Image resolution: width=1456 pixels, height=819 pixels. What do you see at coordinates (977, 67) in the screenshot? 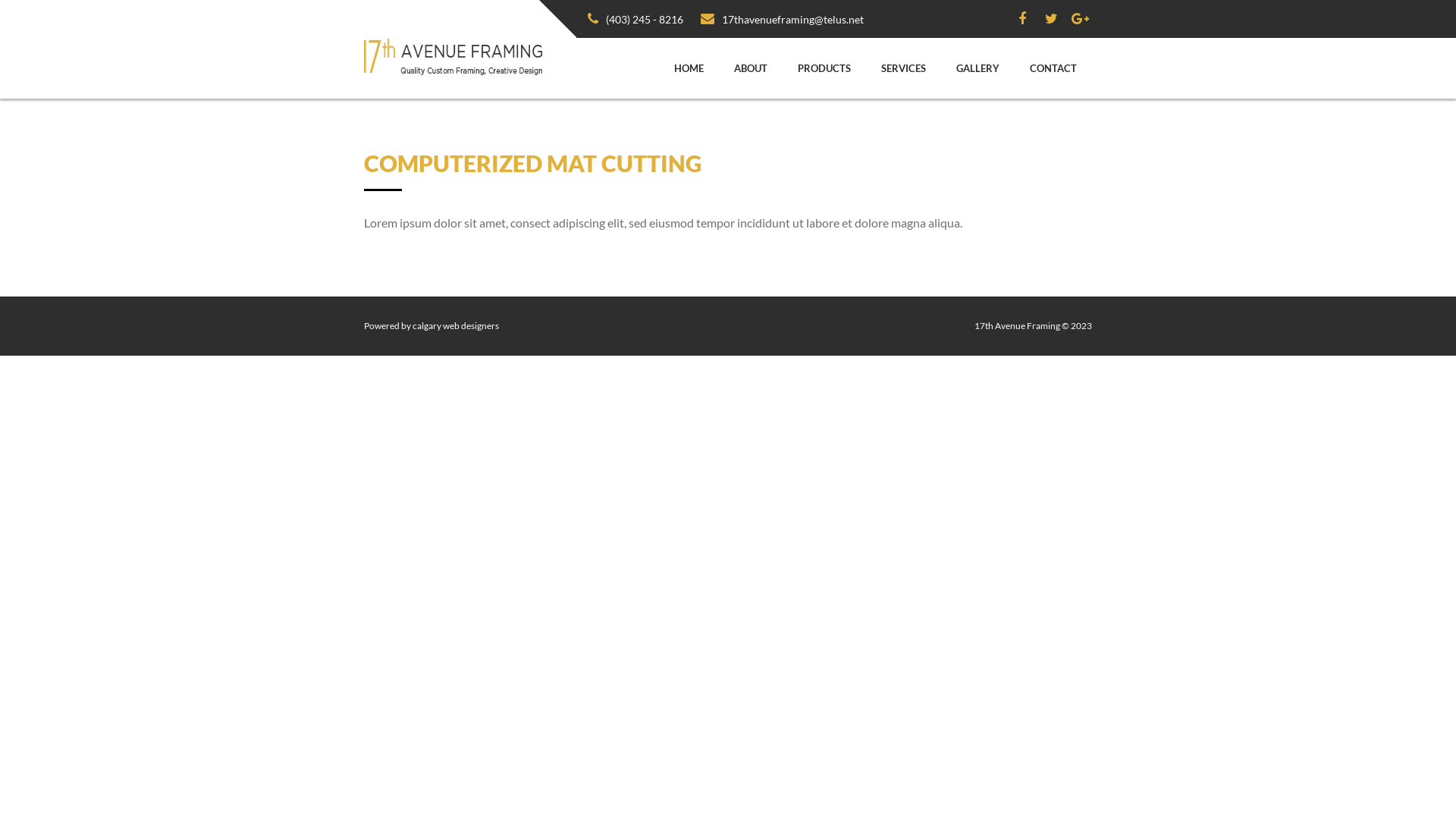
I see `'GALLERY'` at bounding box center [977, 67].